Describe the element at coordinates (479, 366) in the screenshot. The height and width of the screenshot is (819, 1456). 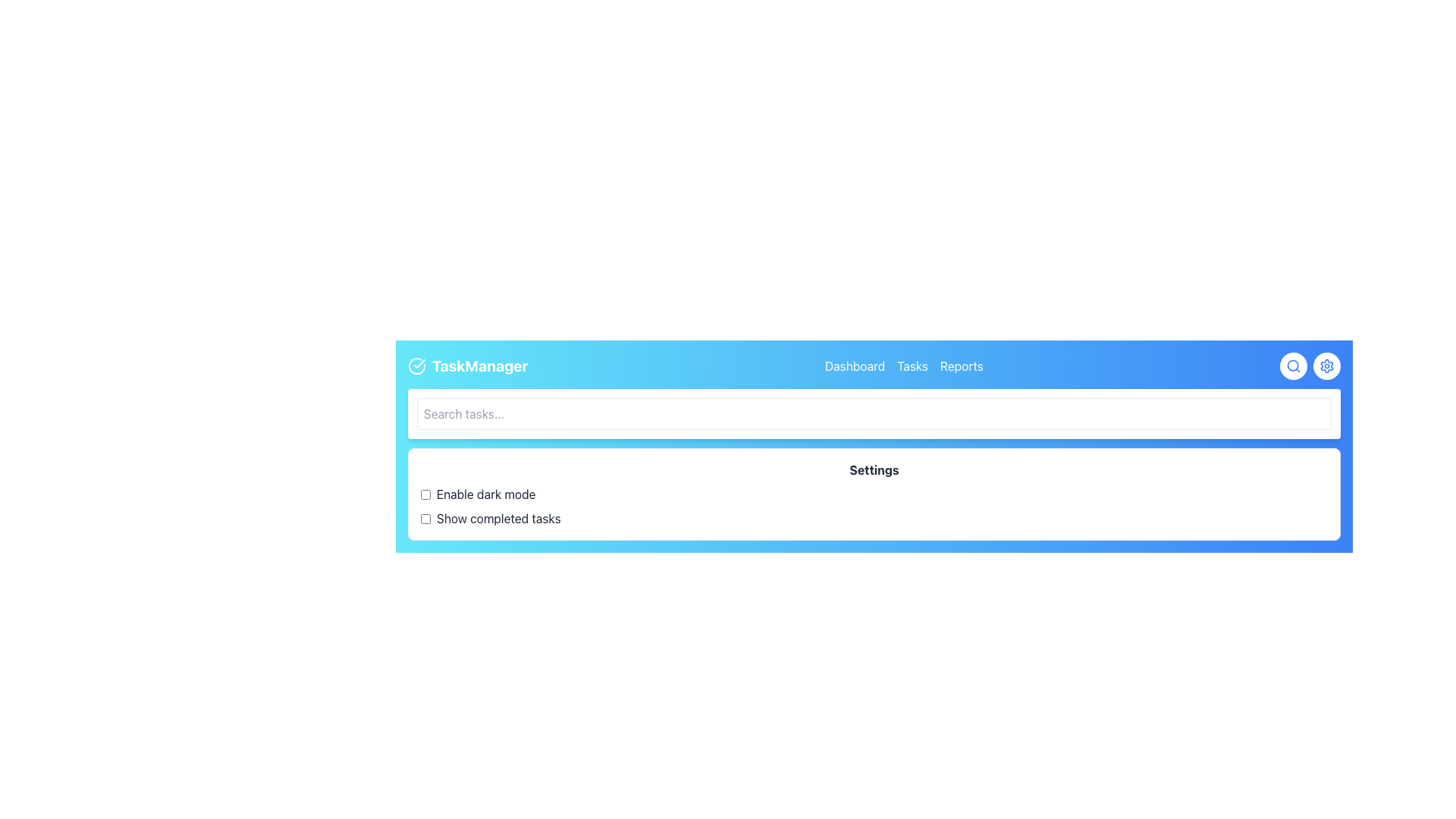
I see `the 'TaskManager' text label, which serves as the branding header for the application, located in the top-left section of the interface` at that location.